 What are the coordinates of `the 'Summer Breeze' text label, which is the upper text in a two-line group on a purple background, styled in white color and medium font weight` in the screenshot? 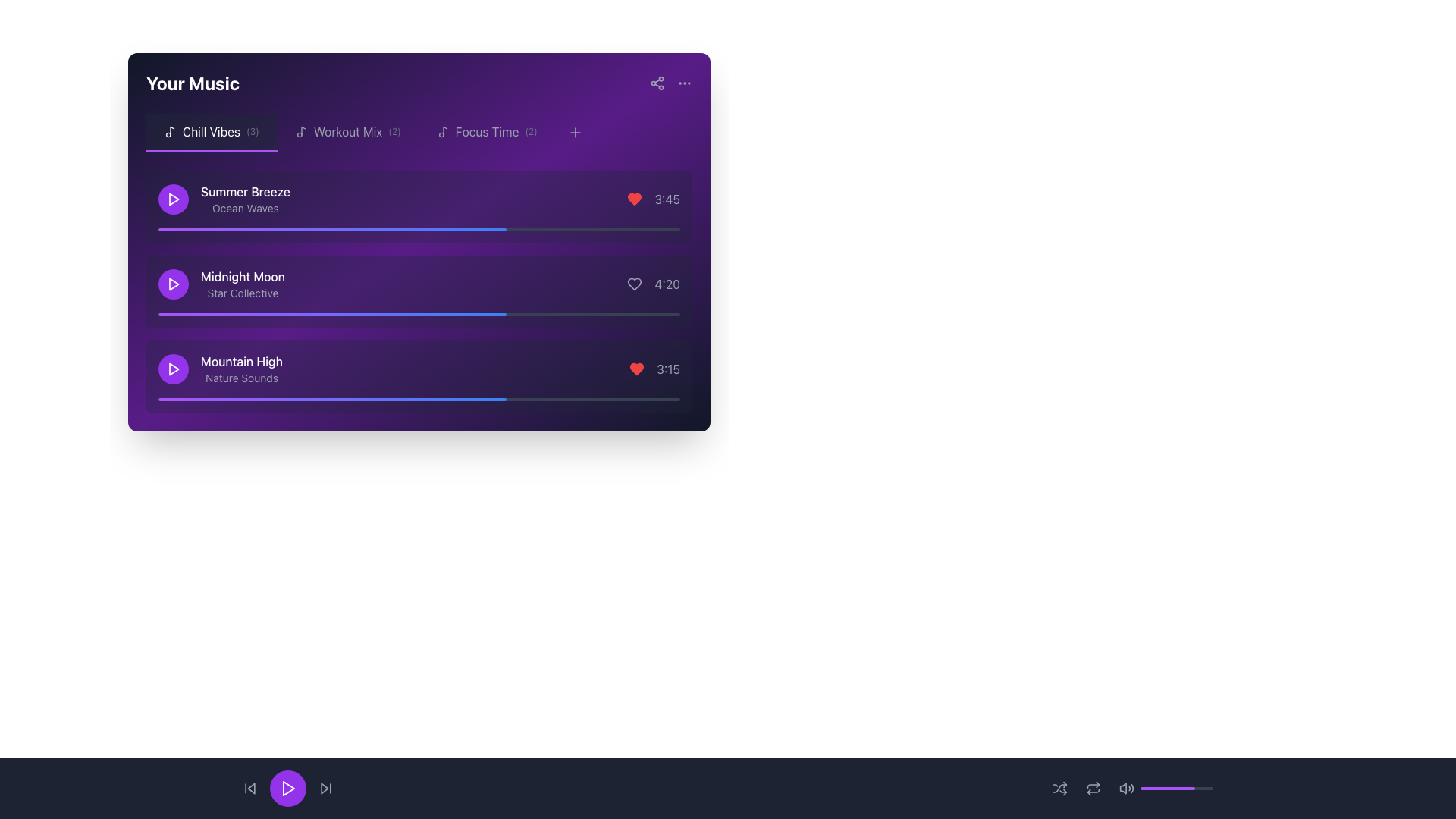 It's located at (245, 191).